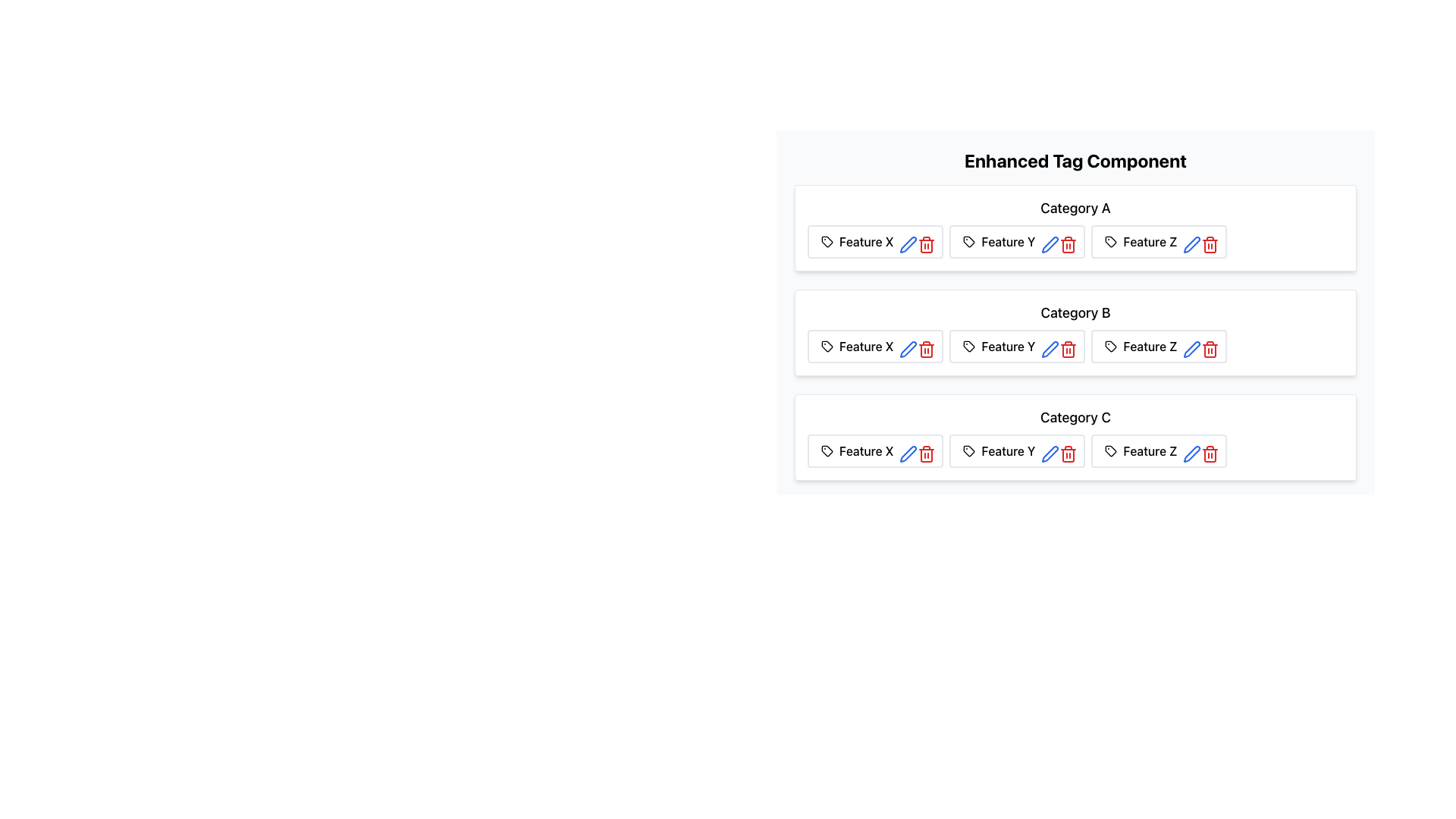  I want to click on the IconButton located in the 'Feature Y' card, so click(1046, 450).